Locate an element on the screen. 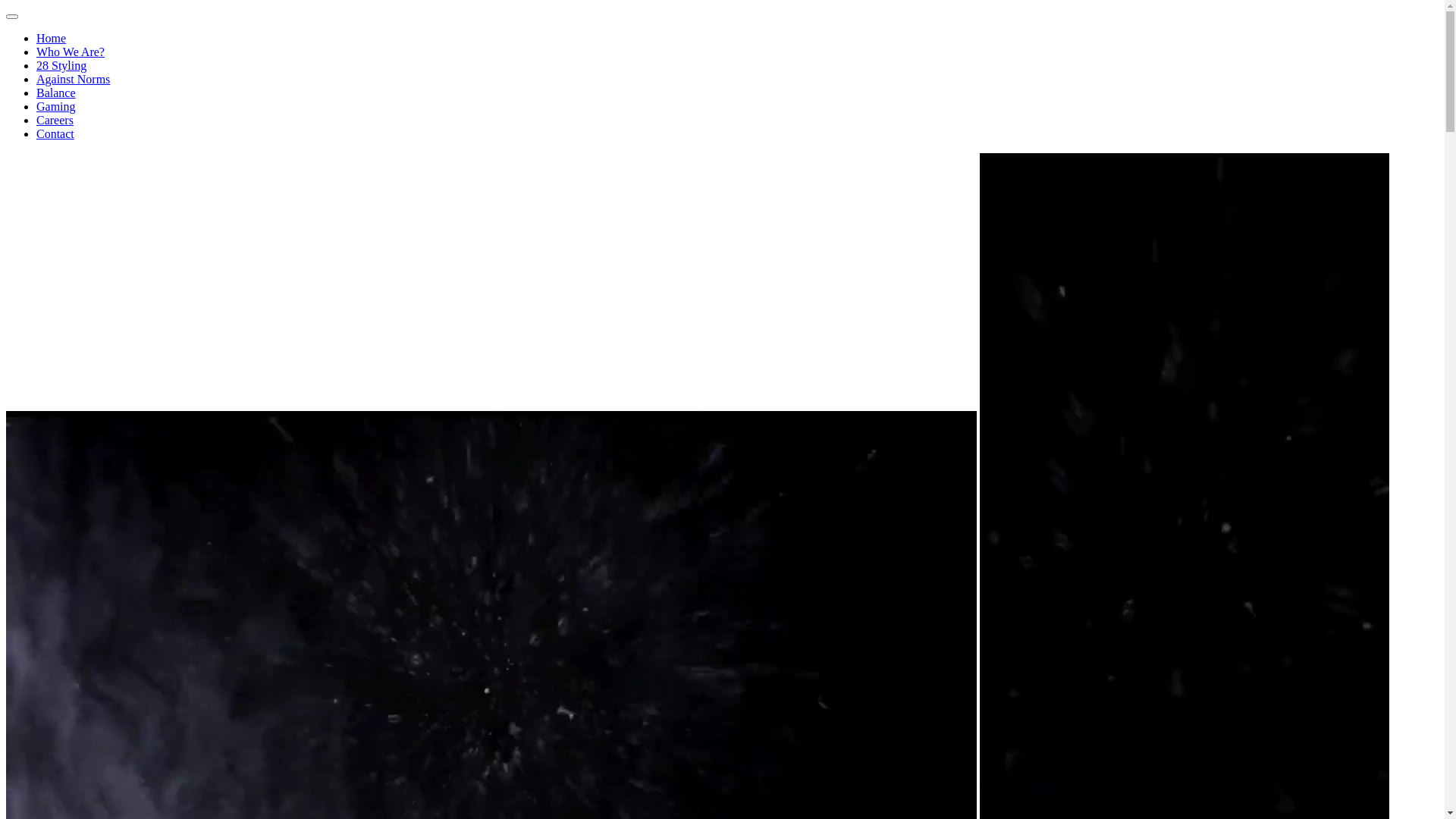 This screenshot has width=1456, height=819. 'Home' is located at coordinates (51, 37).